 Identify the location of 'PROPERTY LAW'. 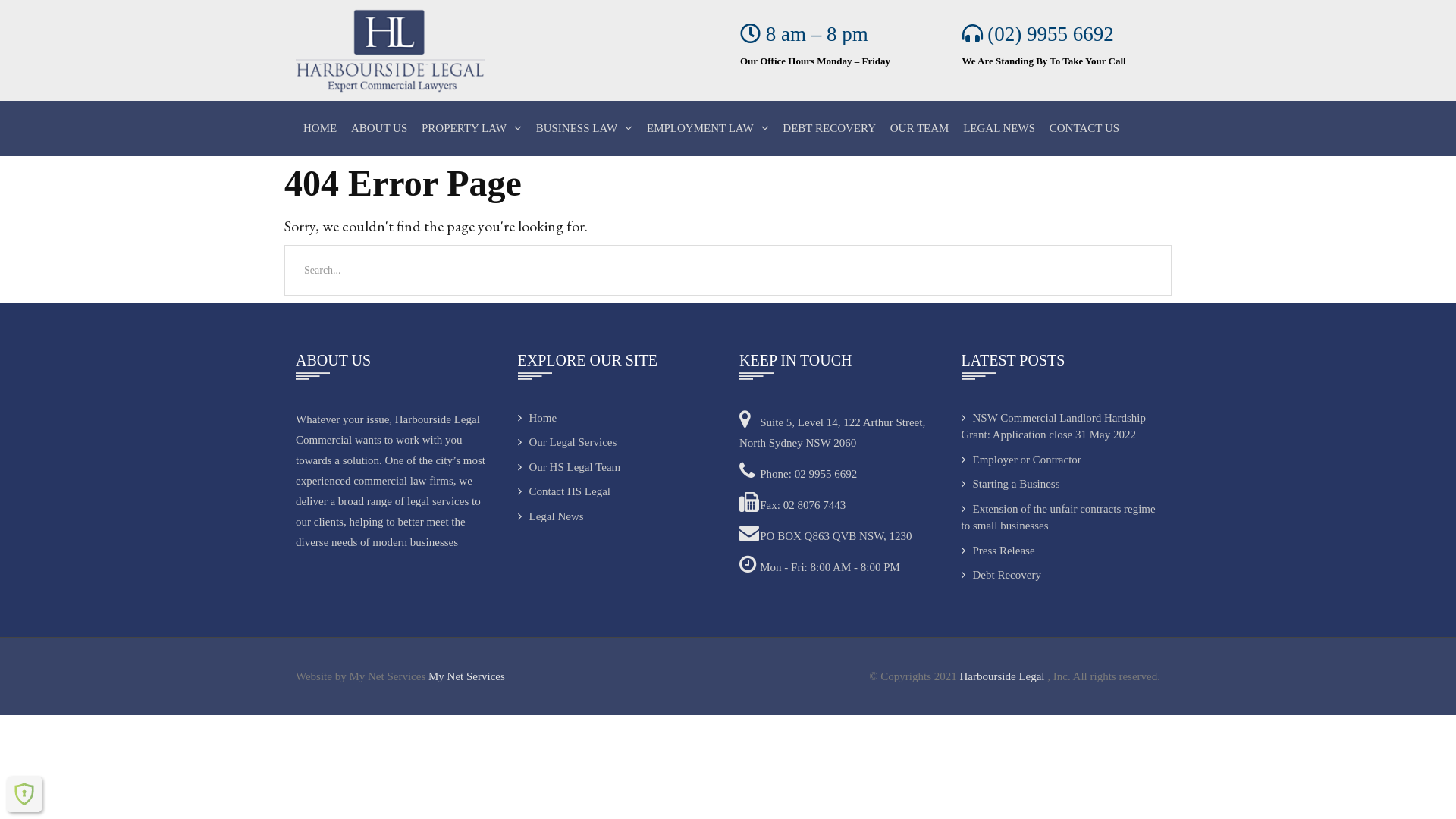
(414, 127).